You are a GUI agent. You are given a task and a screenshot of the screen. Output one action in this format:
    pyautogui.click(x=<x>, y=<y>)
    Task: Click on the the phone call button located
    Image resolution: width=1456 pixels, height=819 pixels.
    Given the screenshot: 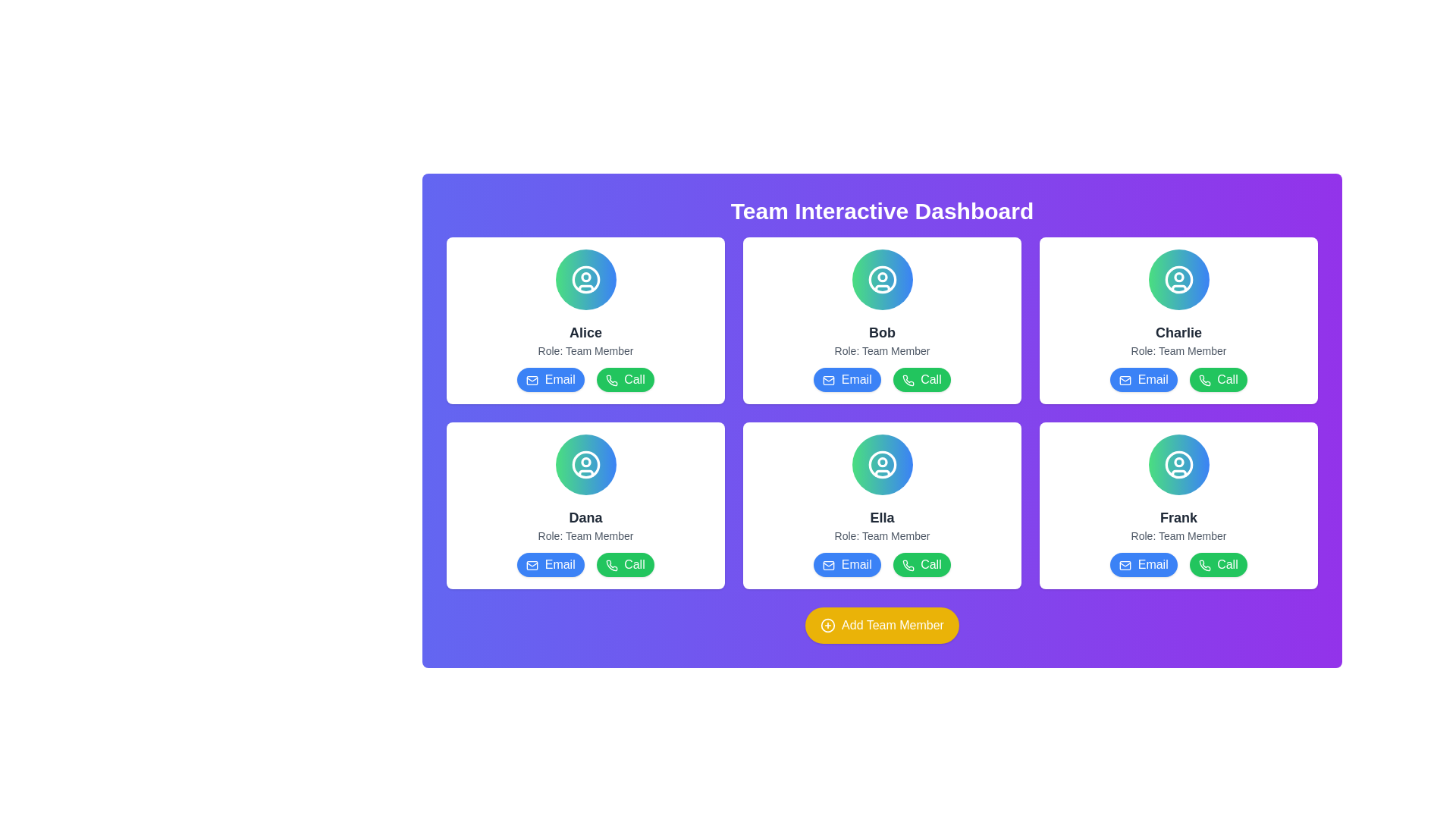 What is the action you would take?
    pyautogui.click(x=921, y=379)
    